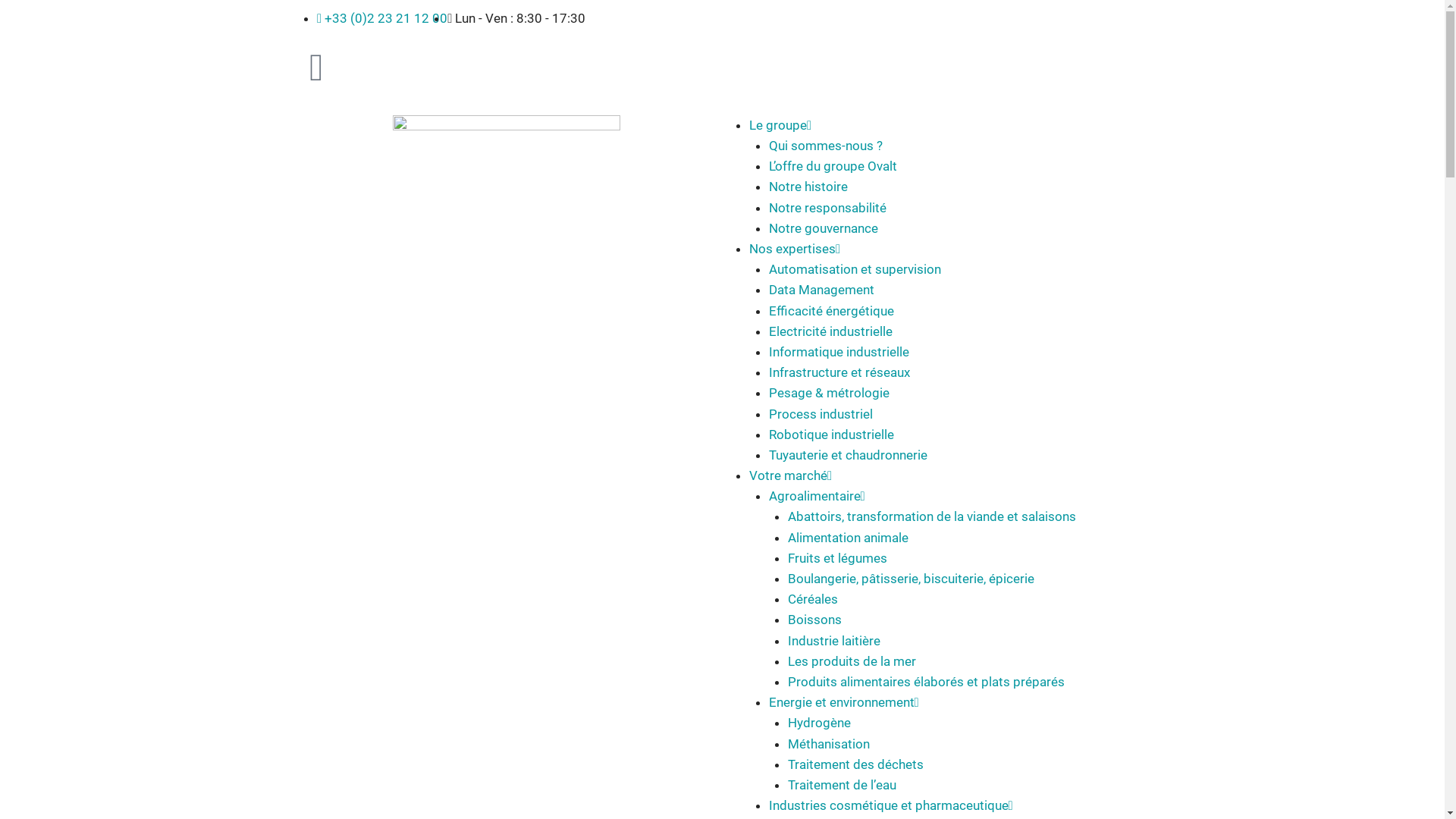  What do you see at coordinates (768, 227) in the screenshot?
I see `'Notre gouvernance'` at bounding box center [768, 227].